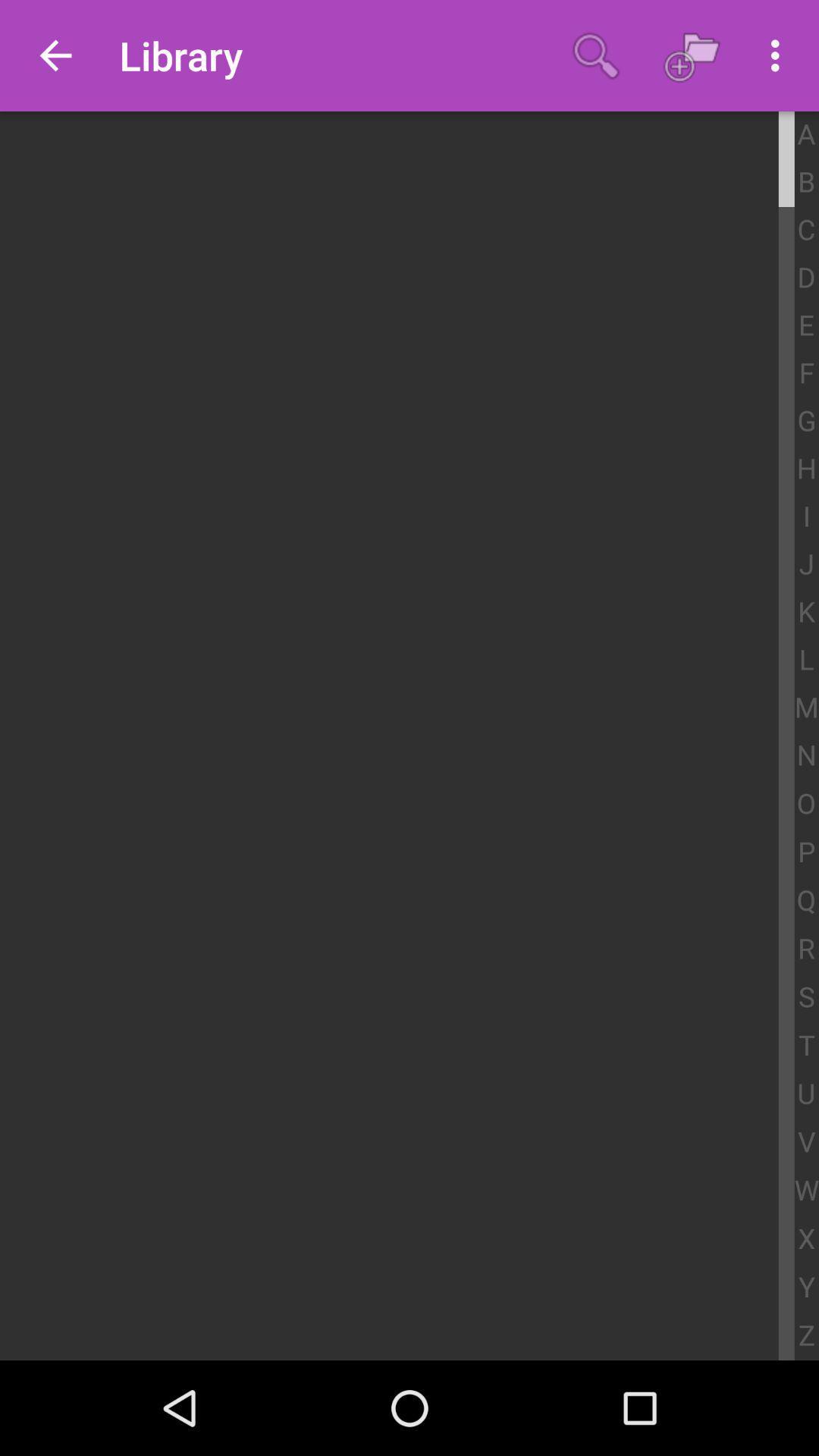  I want to click on icon next to the library, so click(595, 55).